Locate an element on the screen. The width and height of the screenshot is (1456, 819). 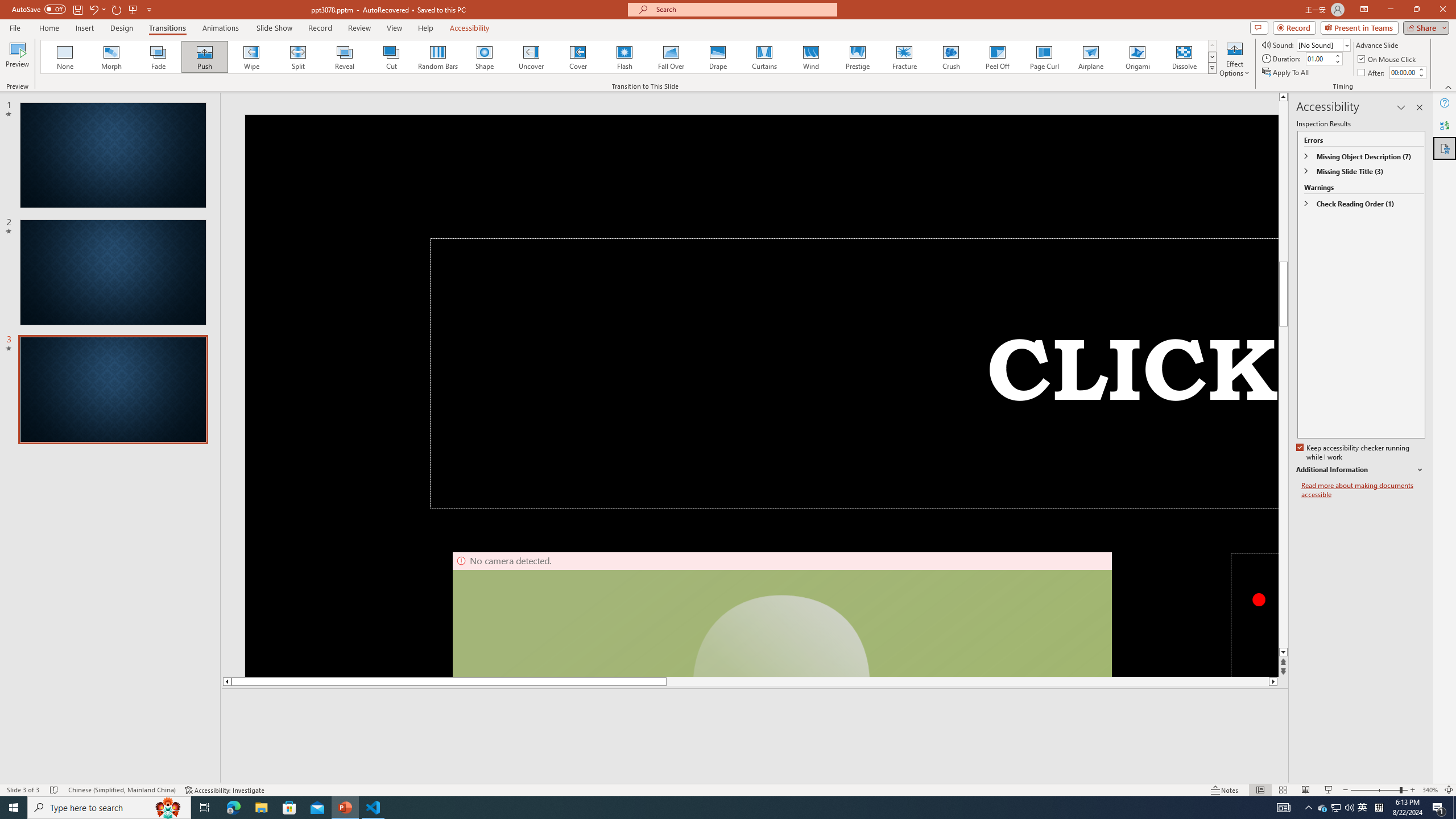
'Apply To All' is located at coordinates (1287, 72).